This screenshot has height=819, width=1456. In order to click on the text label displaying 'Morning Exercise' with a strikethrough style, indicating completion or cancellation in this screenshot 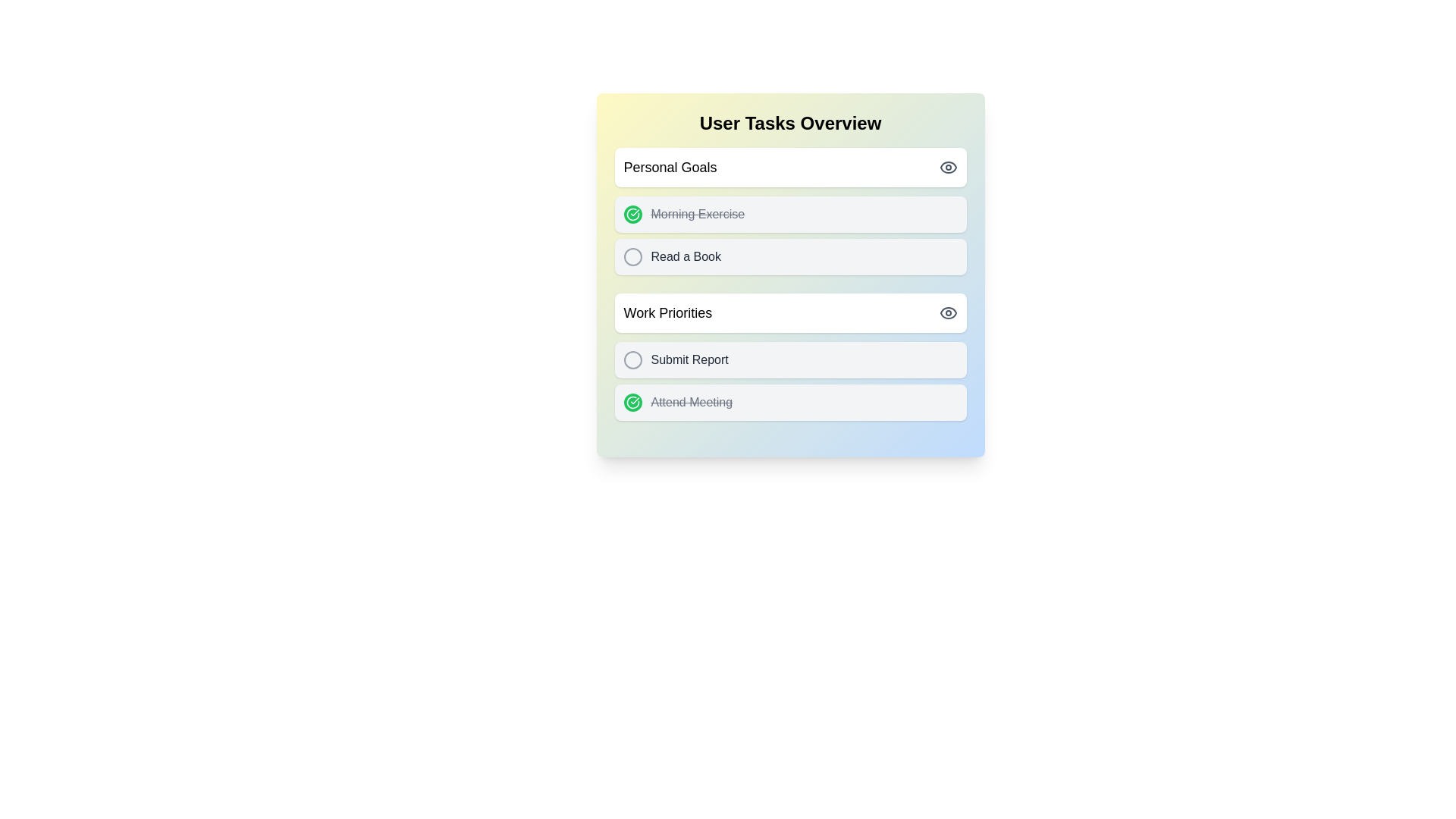, I will do `click(697, 214)`.